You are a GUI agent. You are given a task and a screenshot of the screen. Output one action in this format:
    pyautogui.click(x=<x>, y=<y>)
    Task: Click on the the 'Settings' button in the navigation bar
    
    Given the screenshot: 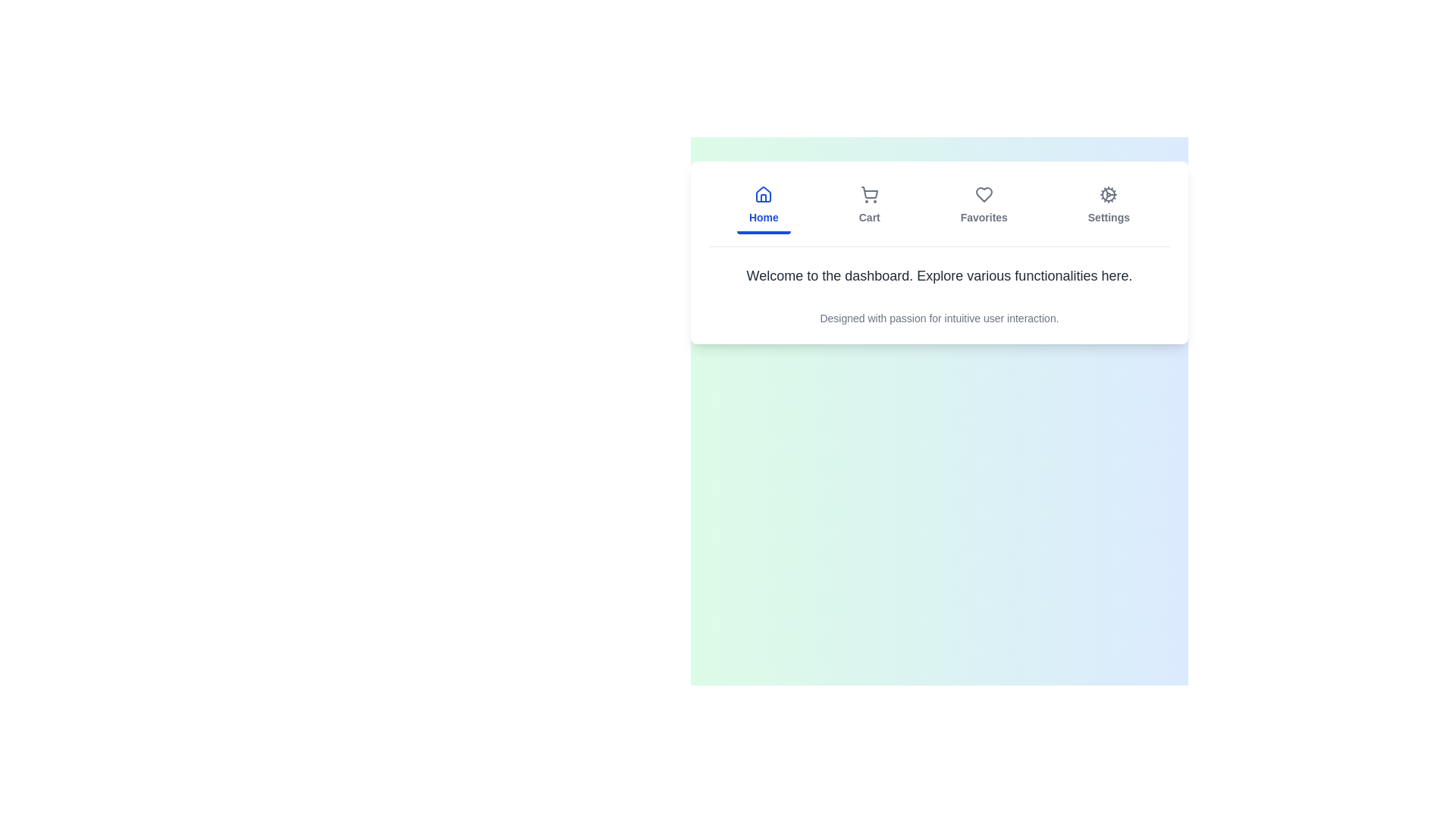 What is the action you would take?
    pyautogui.click(x=1109, y=207)
    